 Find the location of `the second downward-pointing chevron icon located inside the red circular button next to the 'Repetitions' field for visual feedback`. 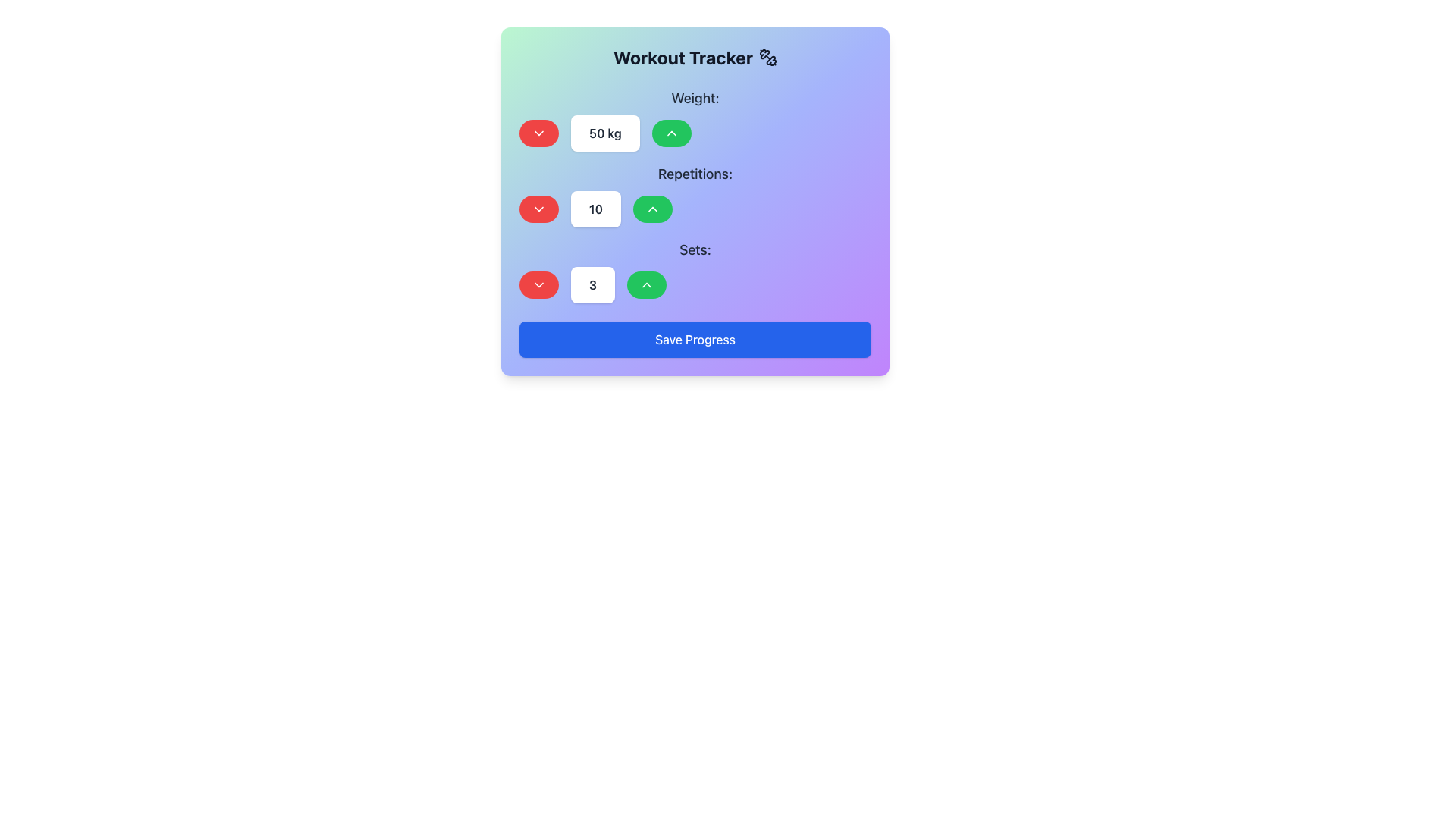

the second downward-pointing chevron icon located inside the red circular button next to the 'Repetitions' field for visual feedback is located at coordinates (538, 209).